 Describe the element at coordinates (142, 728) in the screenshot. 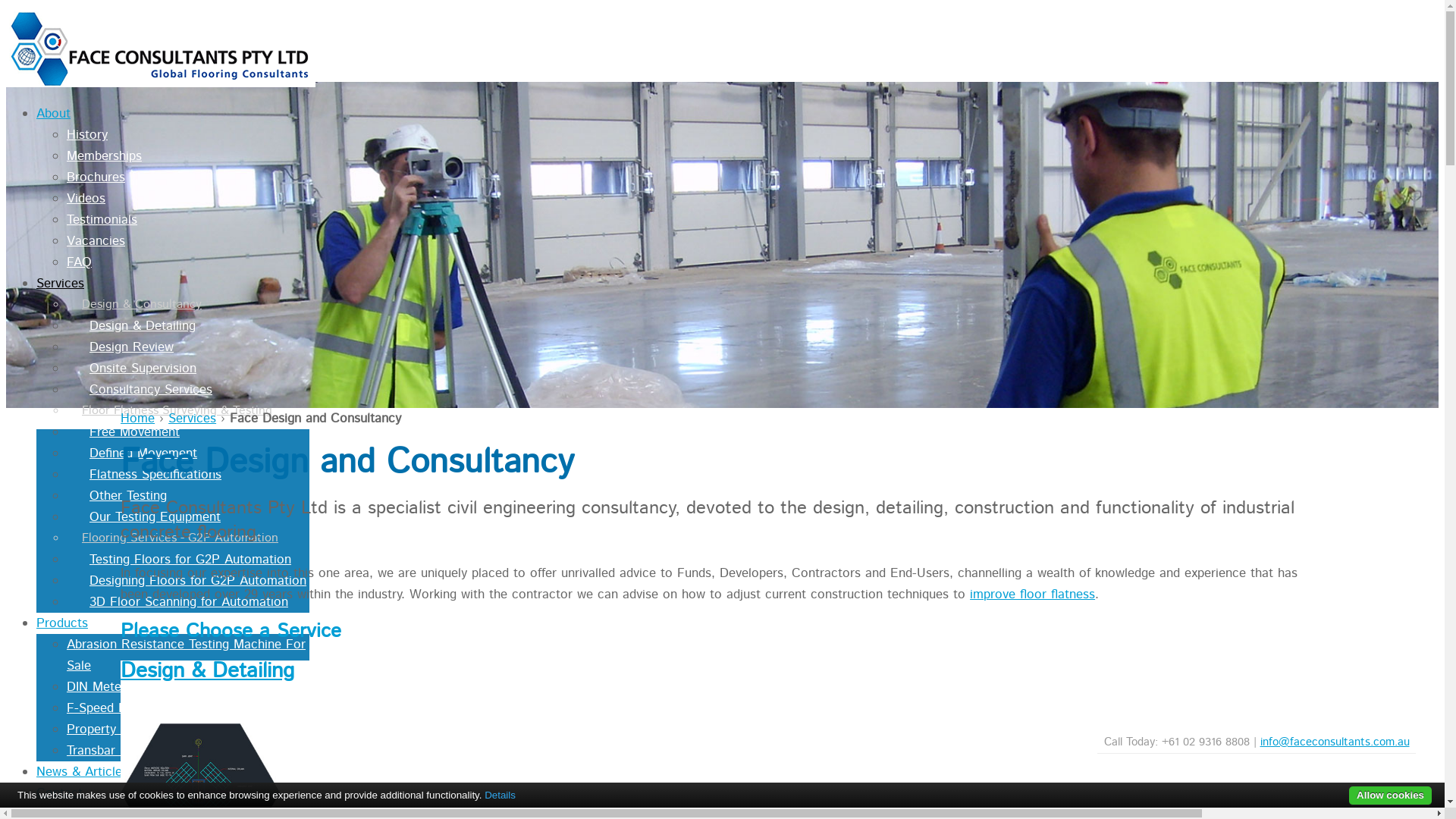

I see `'Property II Meter For Sale'` at that location.